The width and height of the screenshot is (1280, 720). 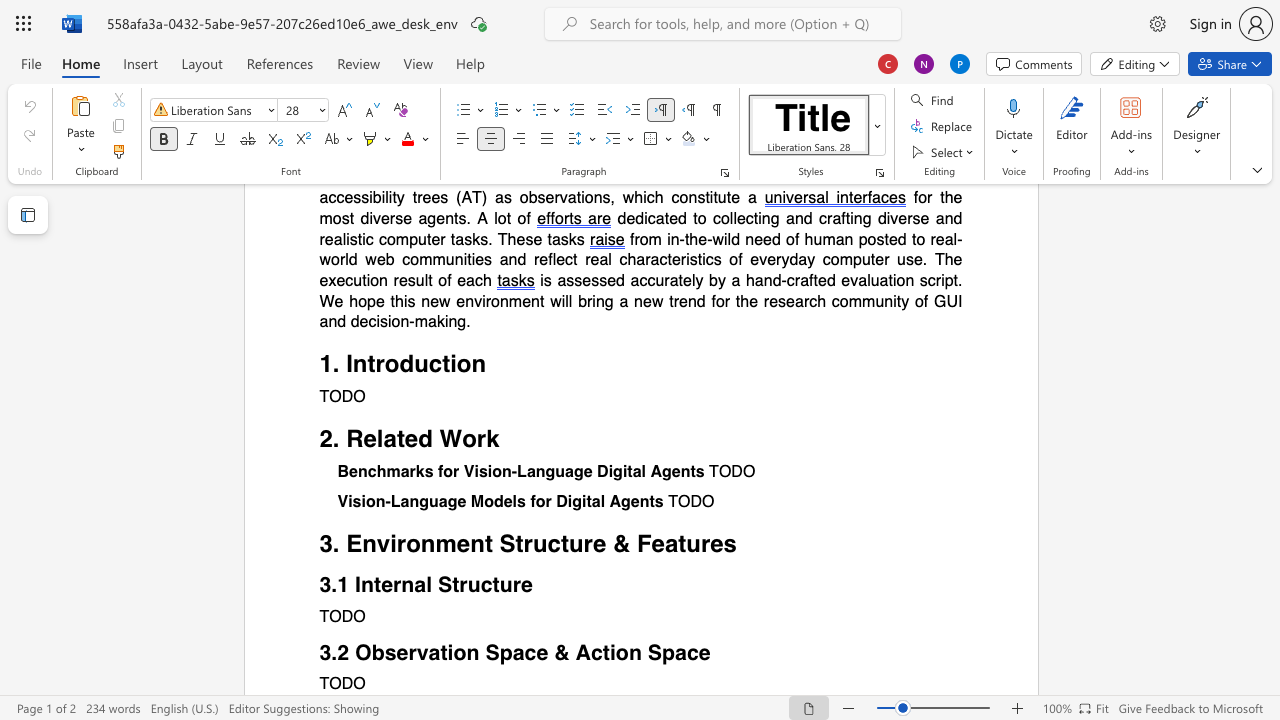 What do you see at coordinates (331, 652) in the screenshot?
I see `the subset text ".2 Ob" within the text "3.2 Observation Space & Action Space"` at bounding box center [331, 652].